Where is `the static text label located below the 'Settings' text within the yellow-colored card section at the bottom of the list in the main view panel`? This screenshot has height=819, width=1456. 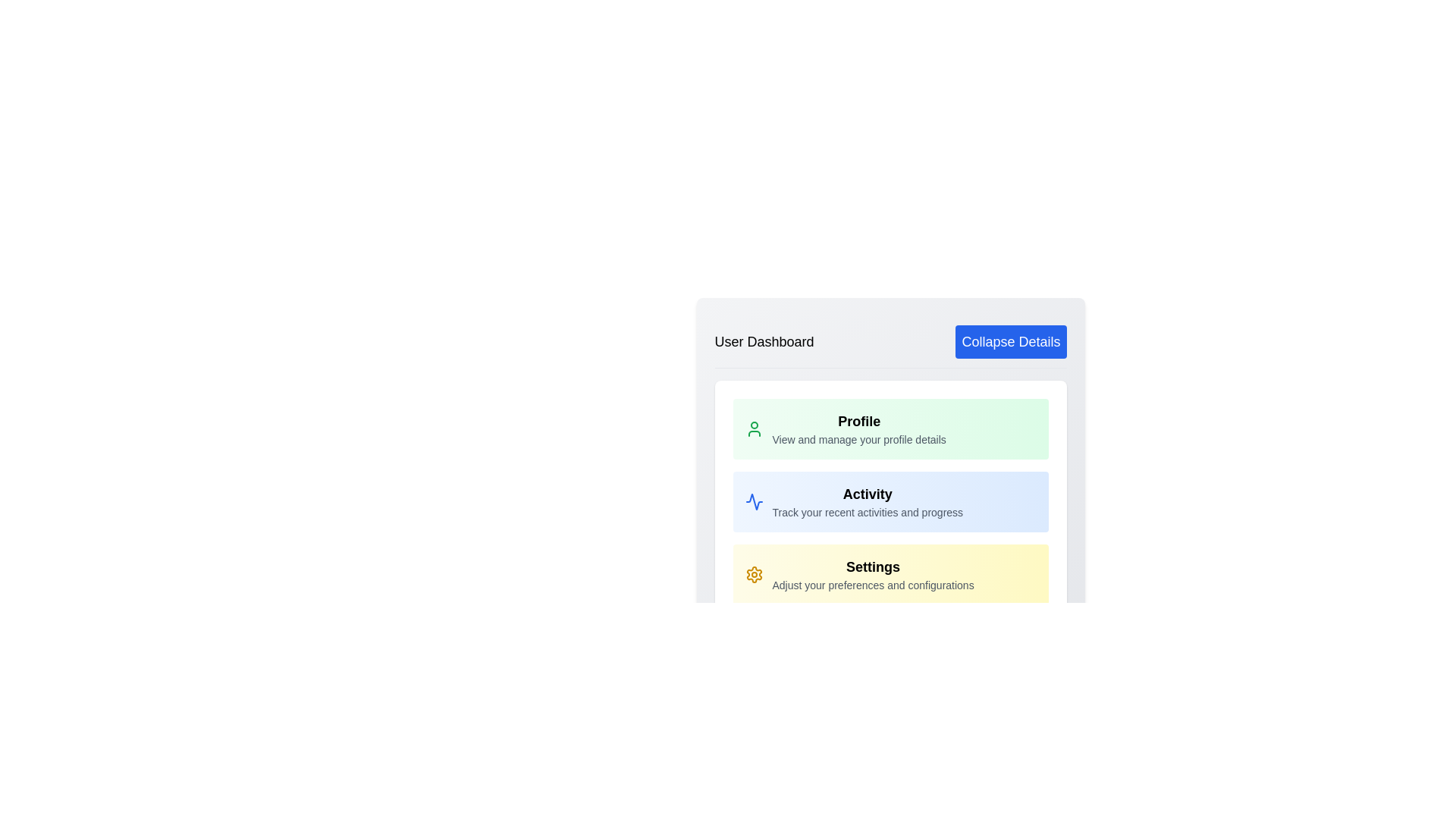 the static text label located below the 'Settings' text within the yellow-colored card section at the bottom of the list in the main view panel is located at coordinates (873, 584).